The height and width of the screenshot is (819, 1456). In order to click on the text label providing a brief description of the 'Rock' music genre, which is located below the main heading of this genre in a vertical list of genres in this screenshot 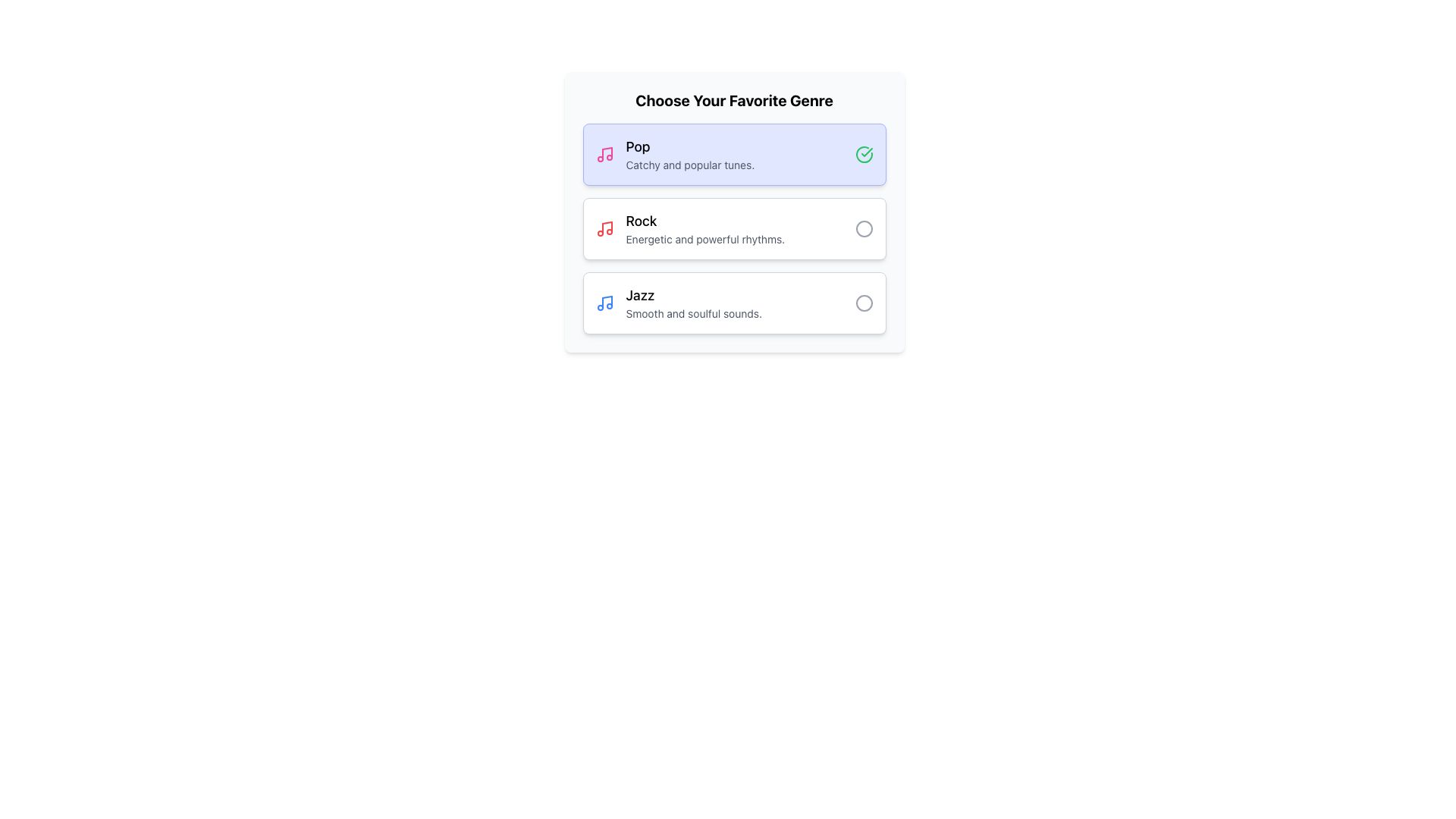, I will do `click(740, 239)`.